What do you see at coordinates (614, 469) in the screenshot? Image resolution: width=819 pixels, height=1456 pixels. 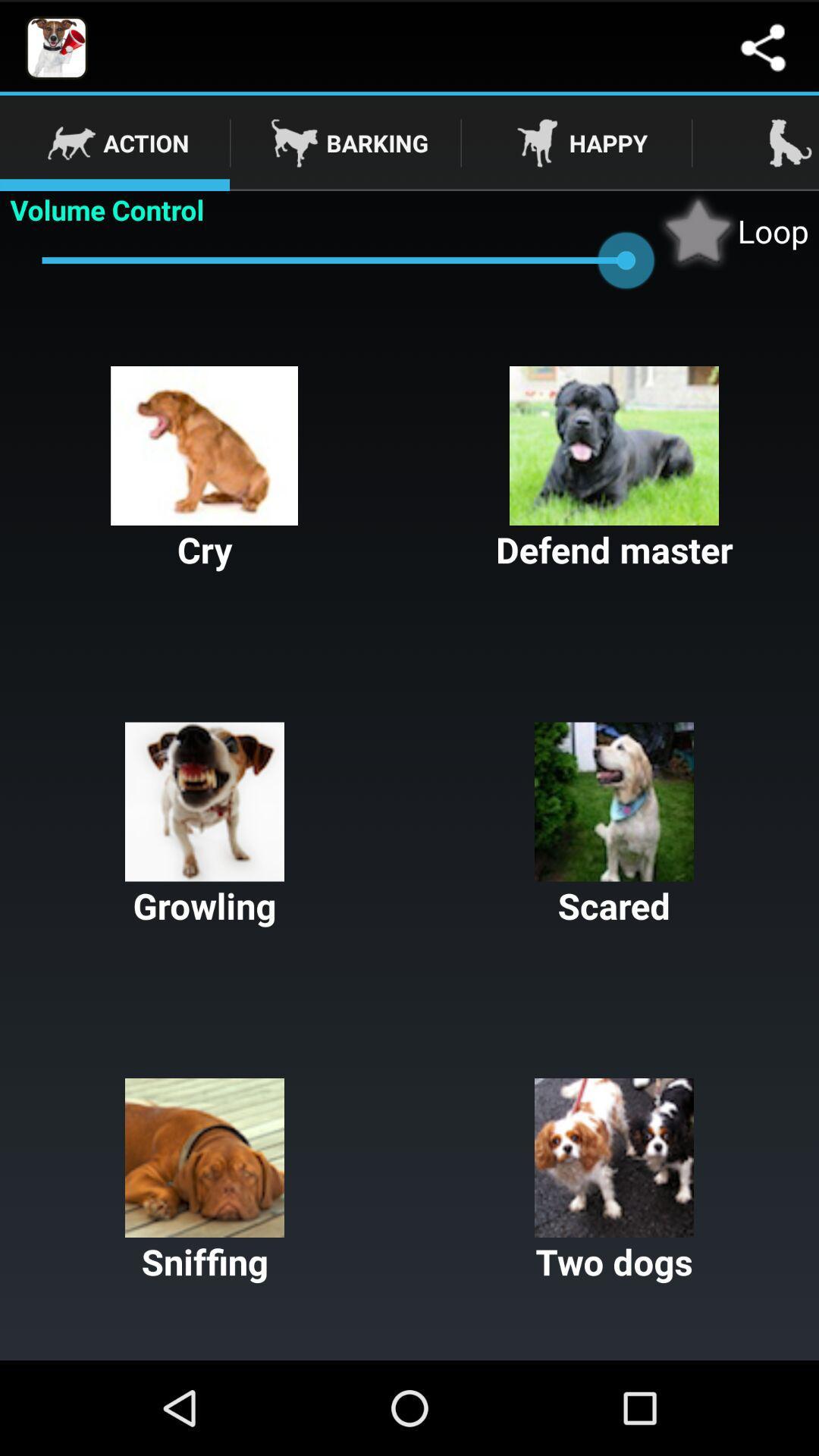 I see `the button to the right of cry item` at bounding box center [614, 469].